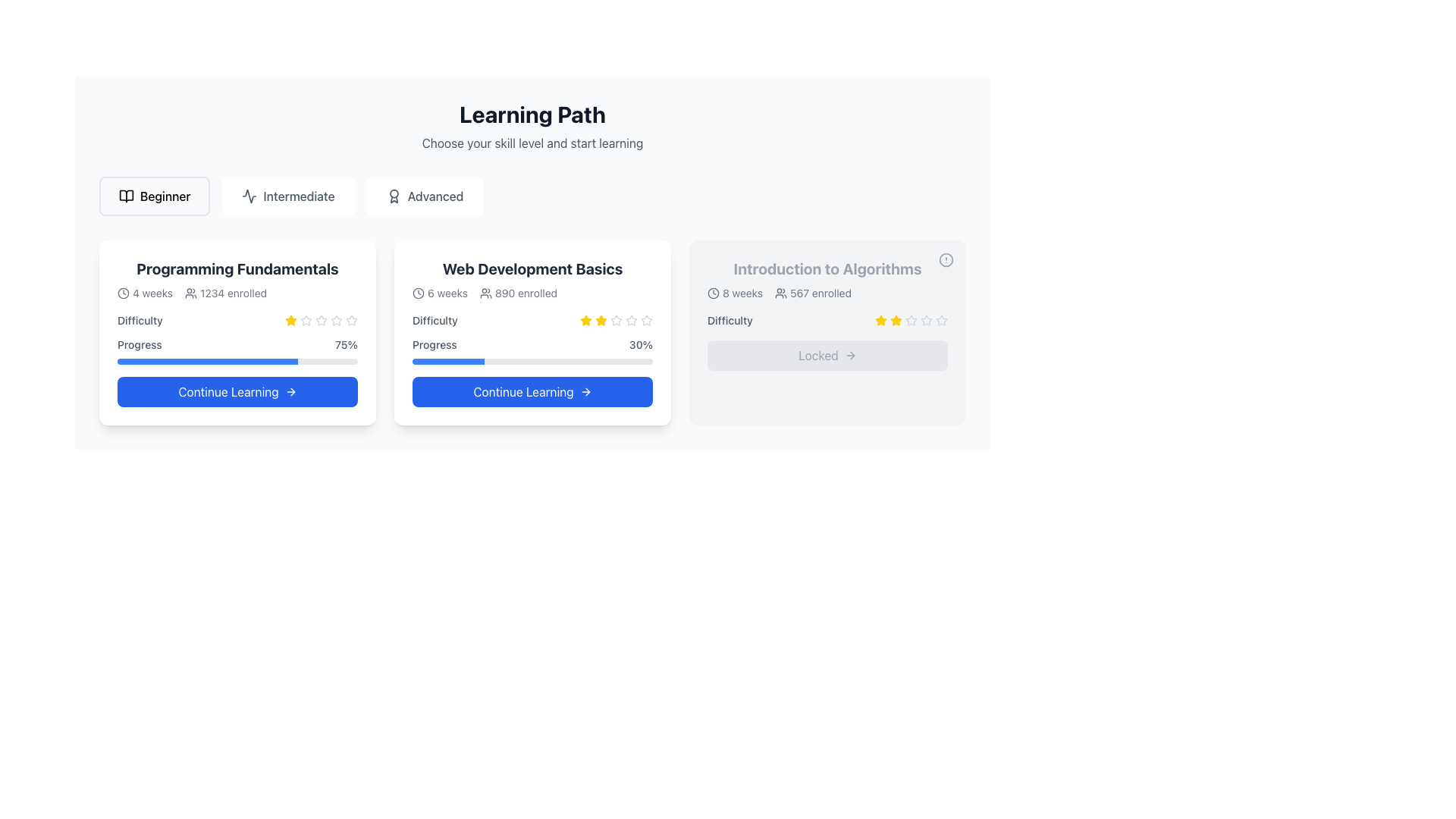  I want to click on the label displaying '1234 enrolled', which is positioned to the right of the user icon within the 'Programming Fundamentals' card, so click(233, 293).